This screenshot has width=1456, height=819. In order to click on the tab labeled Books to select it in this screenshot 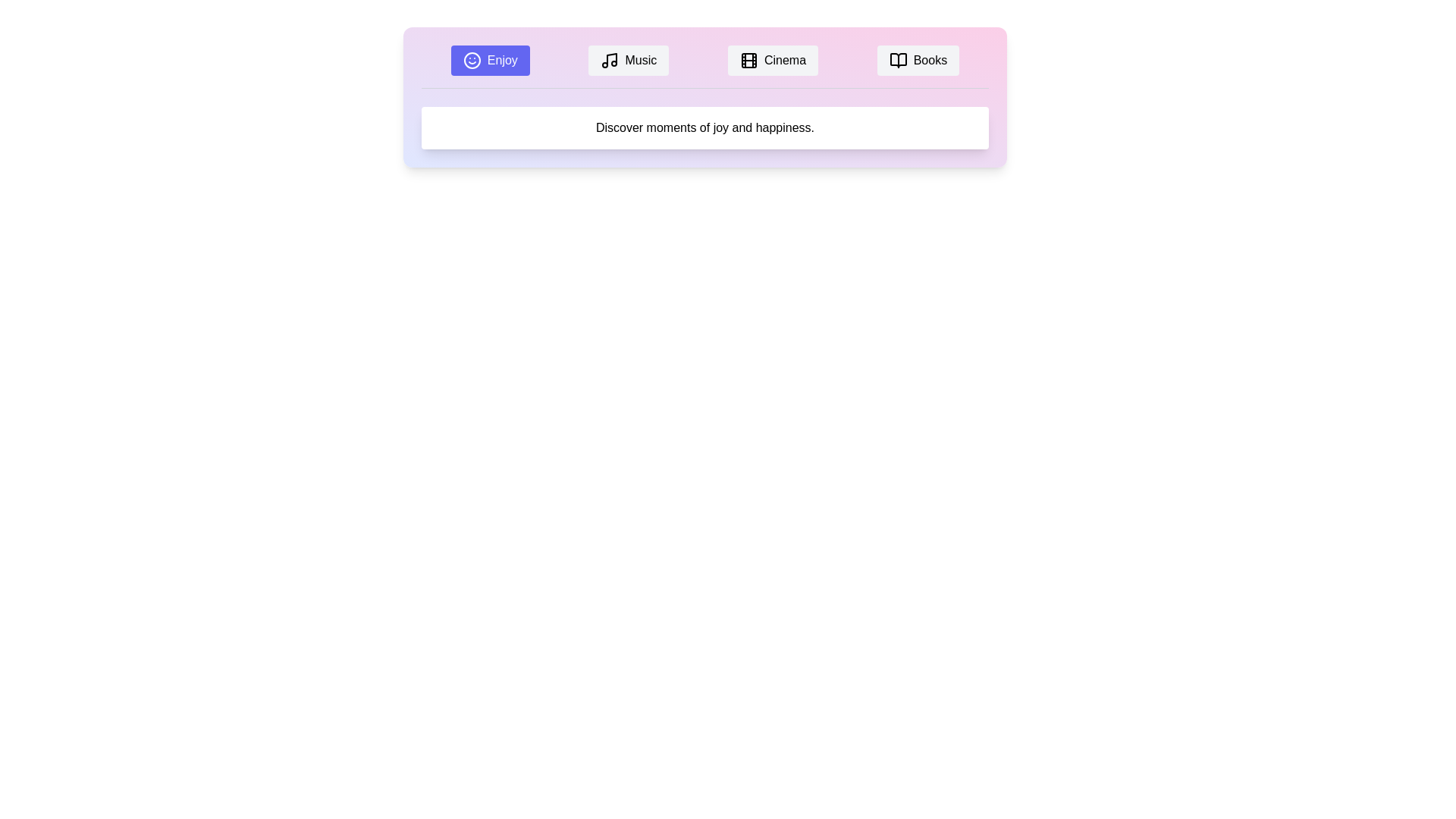, I will do `click(917, 60)`.